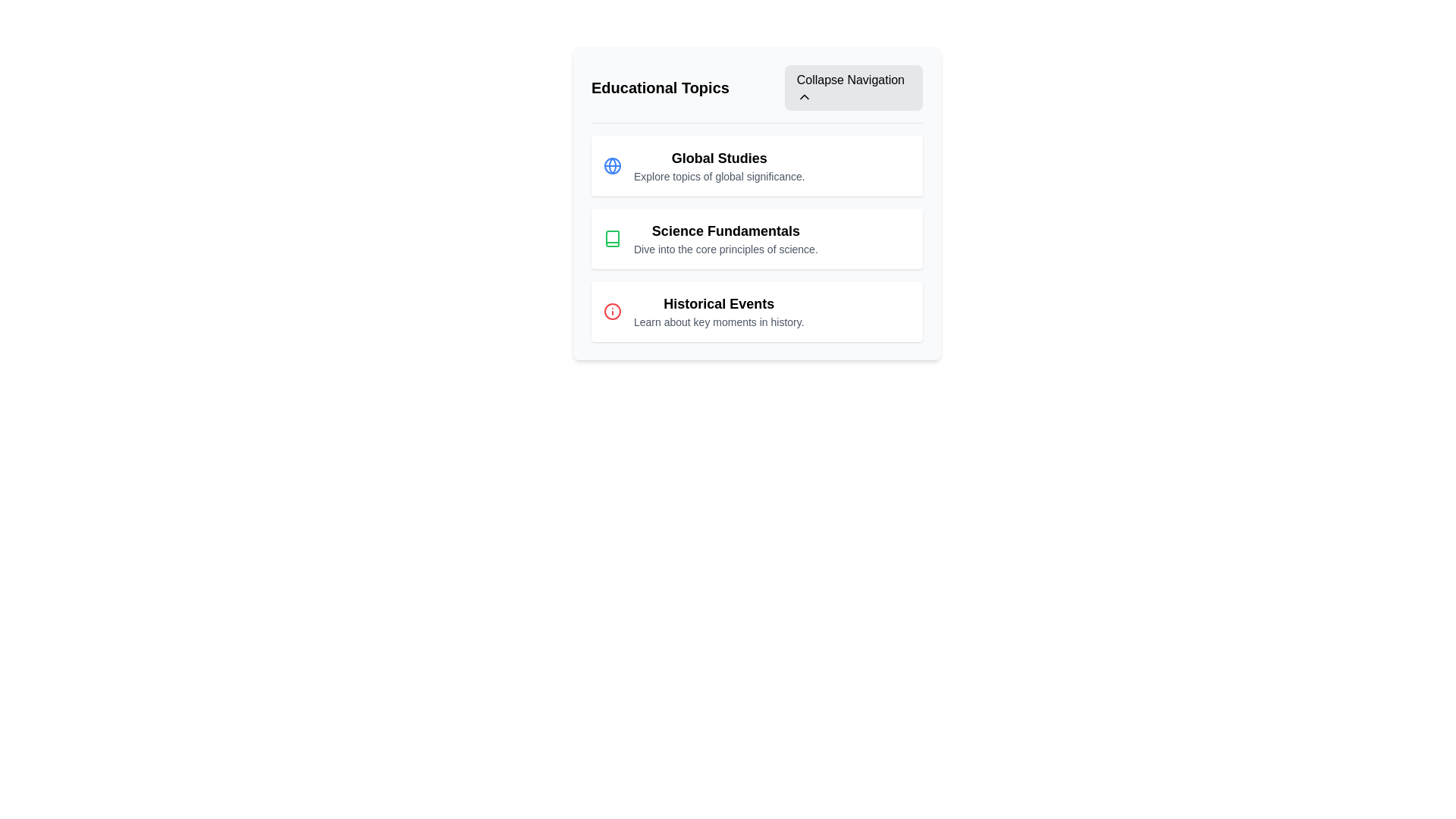 The height and width of the screenshot is (819, 1456). Describe the element at coordinates (757, 166) in the screenshot. I see `the 'Global Studies' informational card located at the top of the 'Educational Topics' section` at that location.